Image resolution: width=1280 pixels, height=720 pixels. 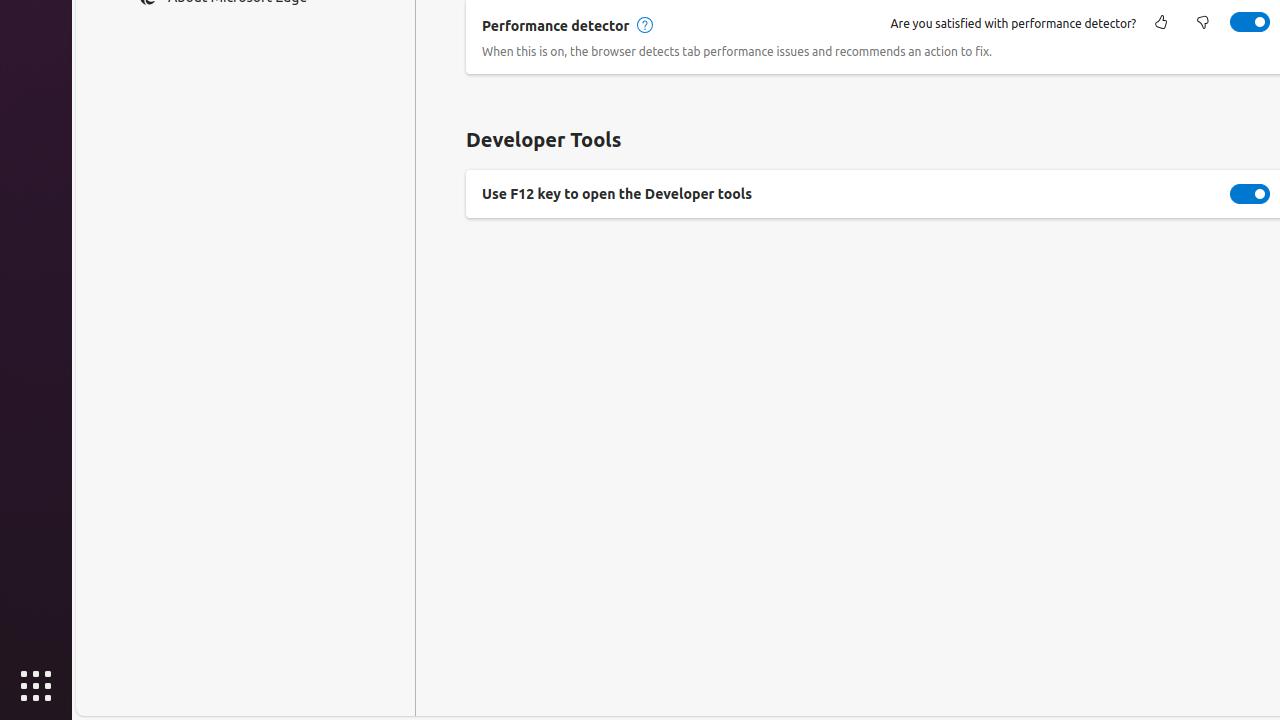 What do you see at coordinates (1160, 23) in the screenshot?
I see `'Like'` at bounding box center [1160, 23].